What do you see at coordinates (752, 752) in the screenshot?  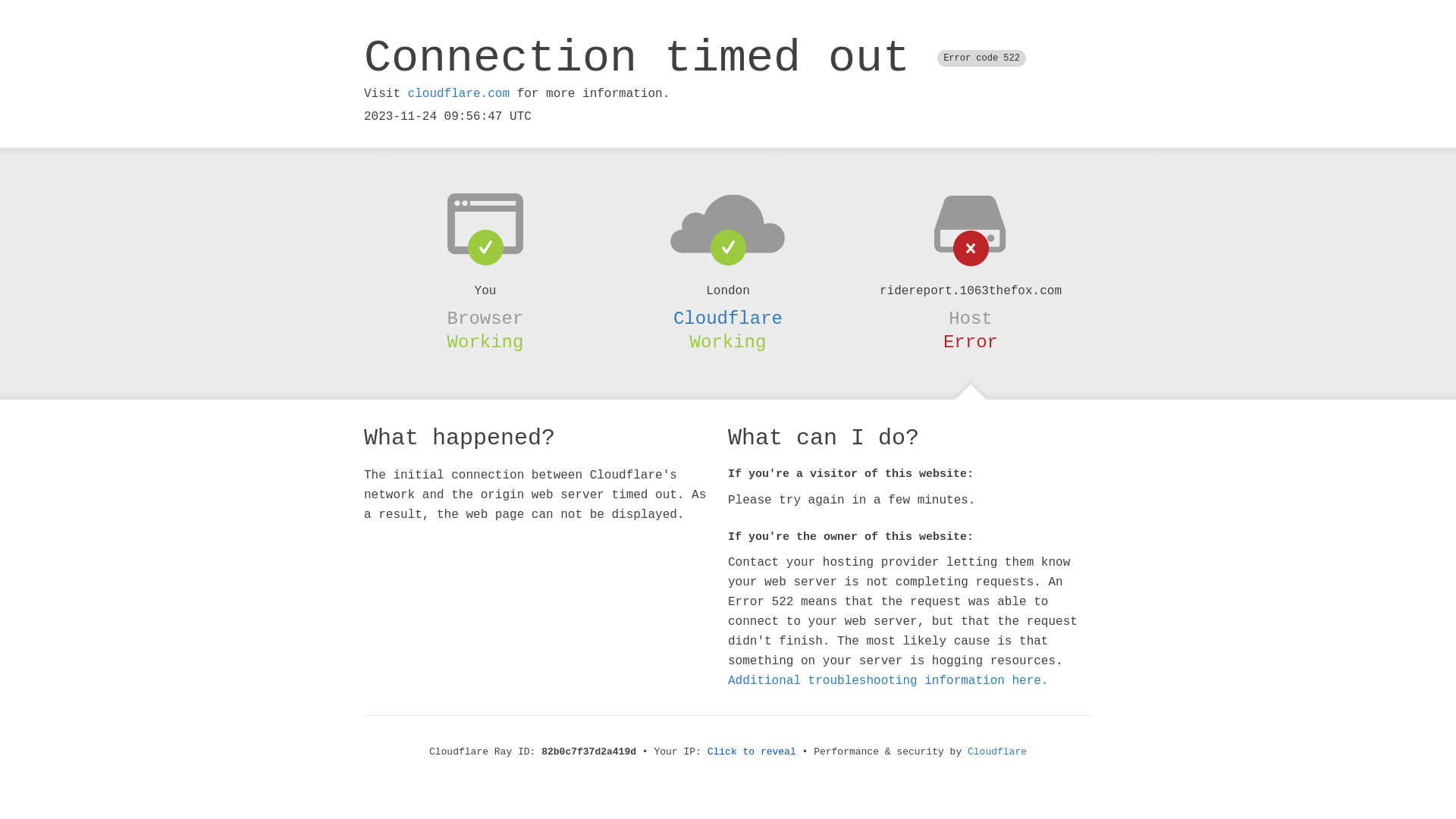 I see `'Click to reveal'` at bounding box center [752, 752].